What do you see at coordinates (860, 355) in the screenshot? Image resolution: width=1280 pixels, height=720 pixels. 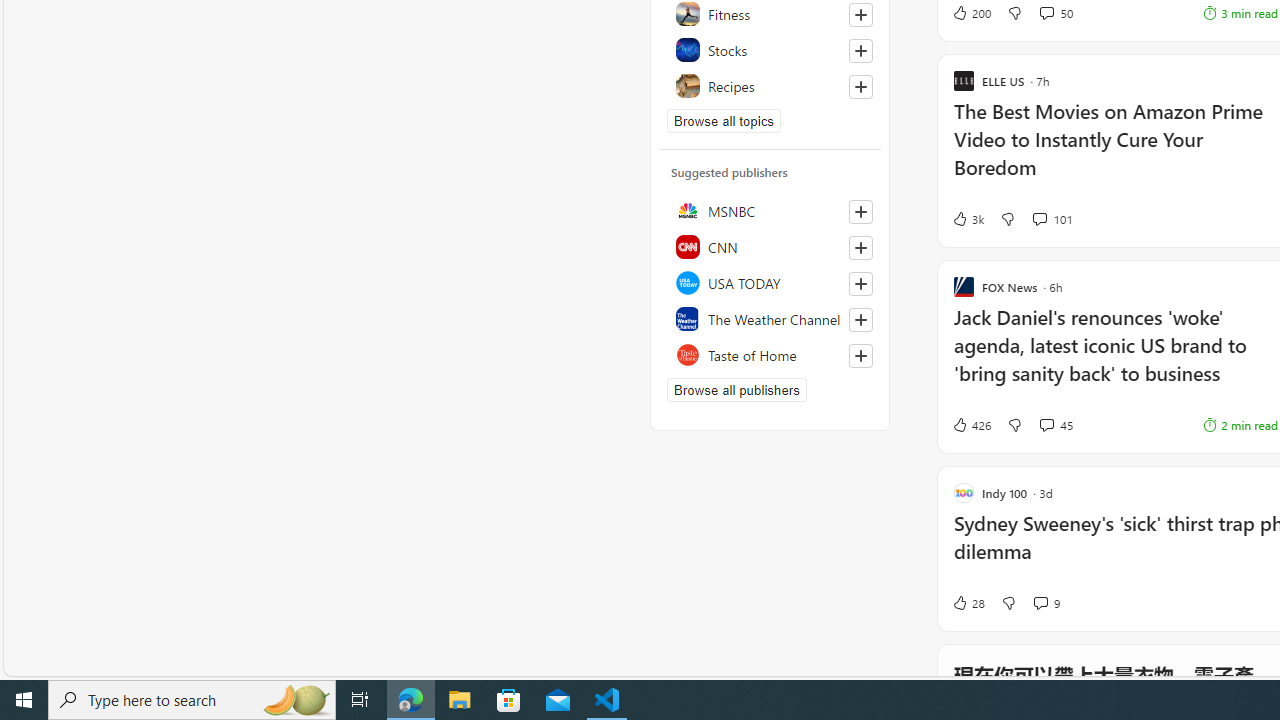 I see `'Follow this source'` at bounding box center [860, 355].